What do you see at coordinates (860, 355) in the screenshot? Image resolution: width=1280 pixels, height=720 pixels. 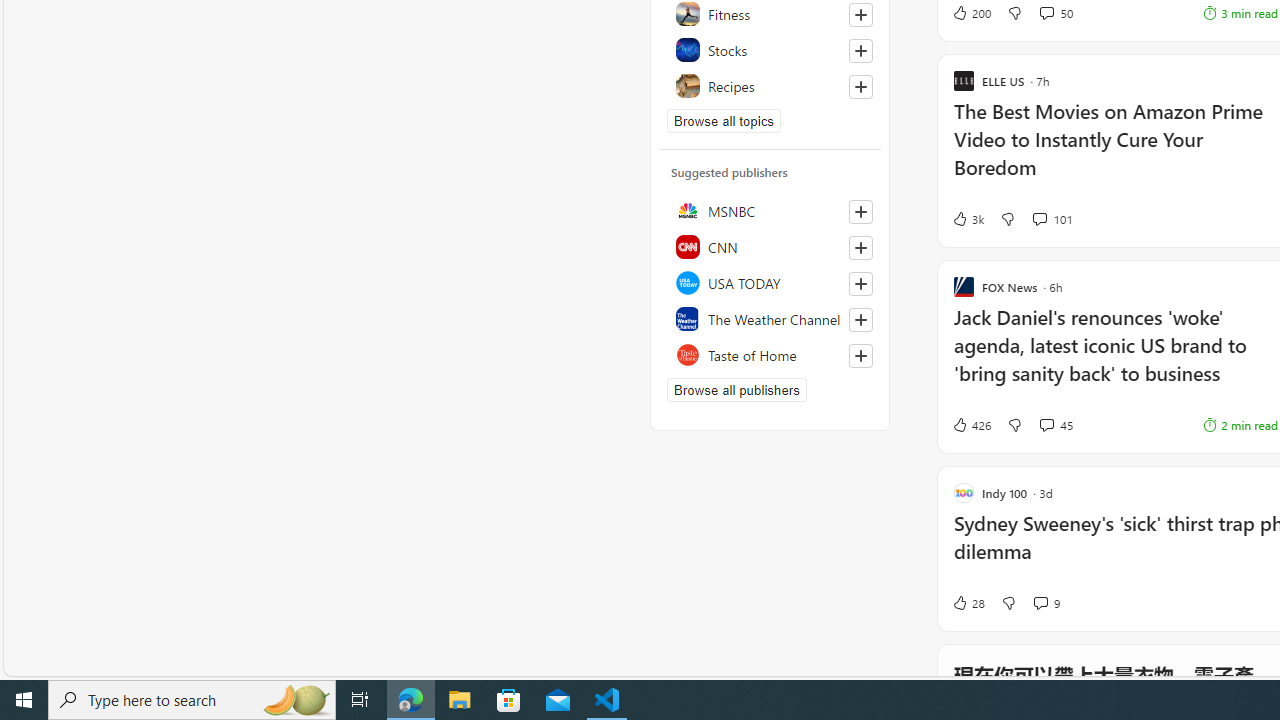 I see `'Follow this source'` at bounding box center [860, 355].